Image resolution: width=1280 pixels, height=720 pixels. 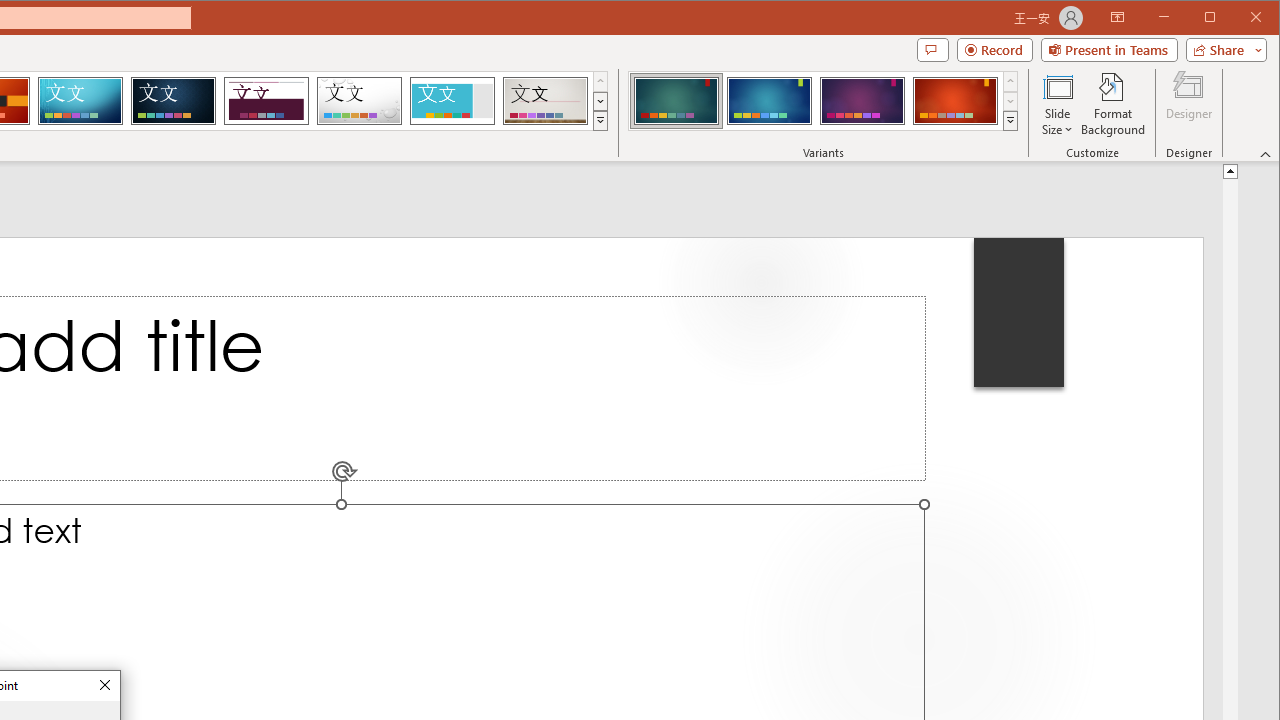 I want to click on 'Ion Variant 4', so click(x=954, y=100).